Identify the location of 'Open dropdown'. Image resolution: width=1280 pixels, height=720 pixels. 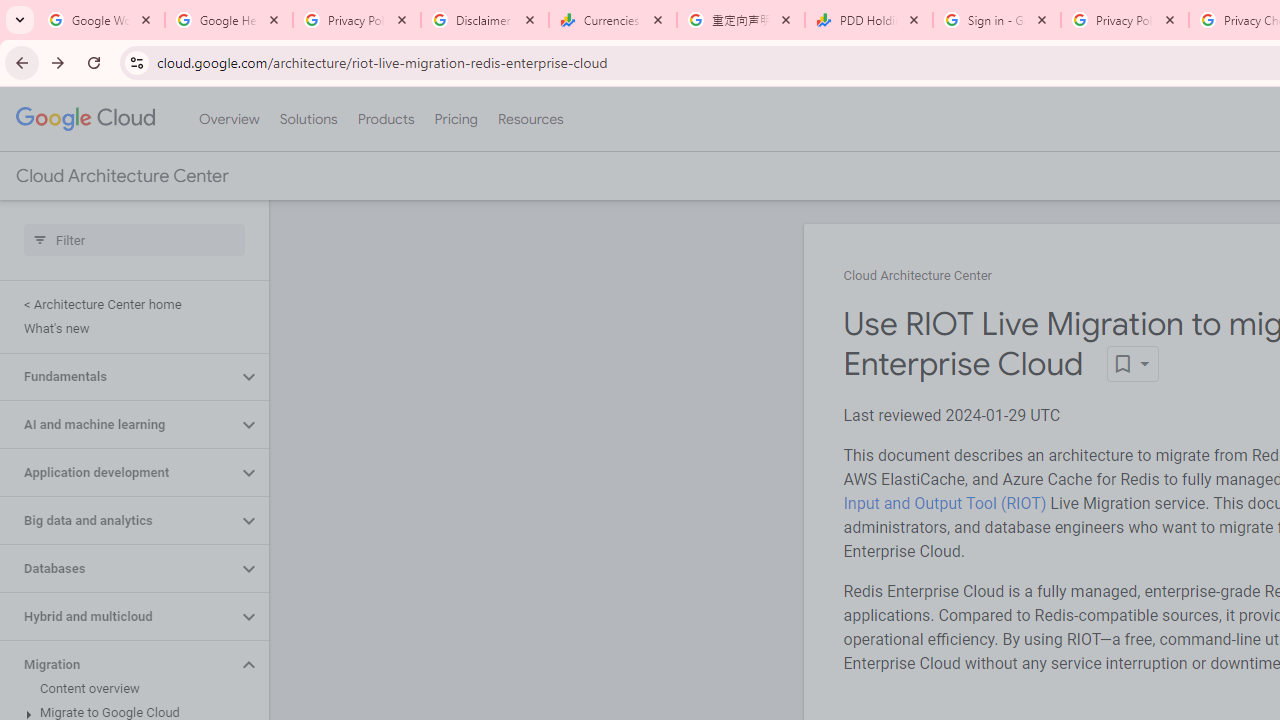
(1132, 364).